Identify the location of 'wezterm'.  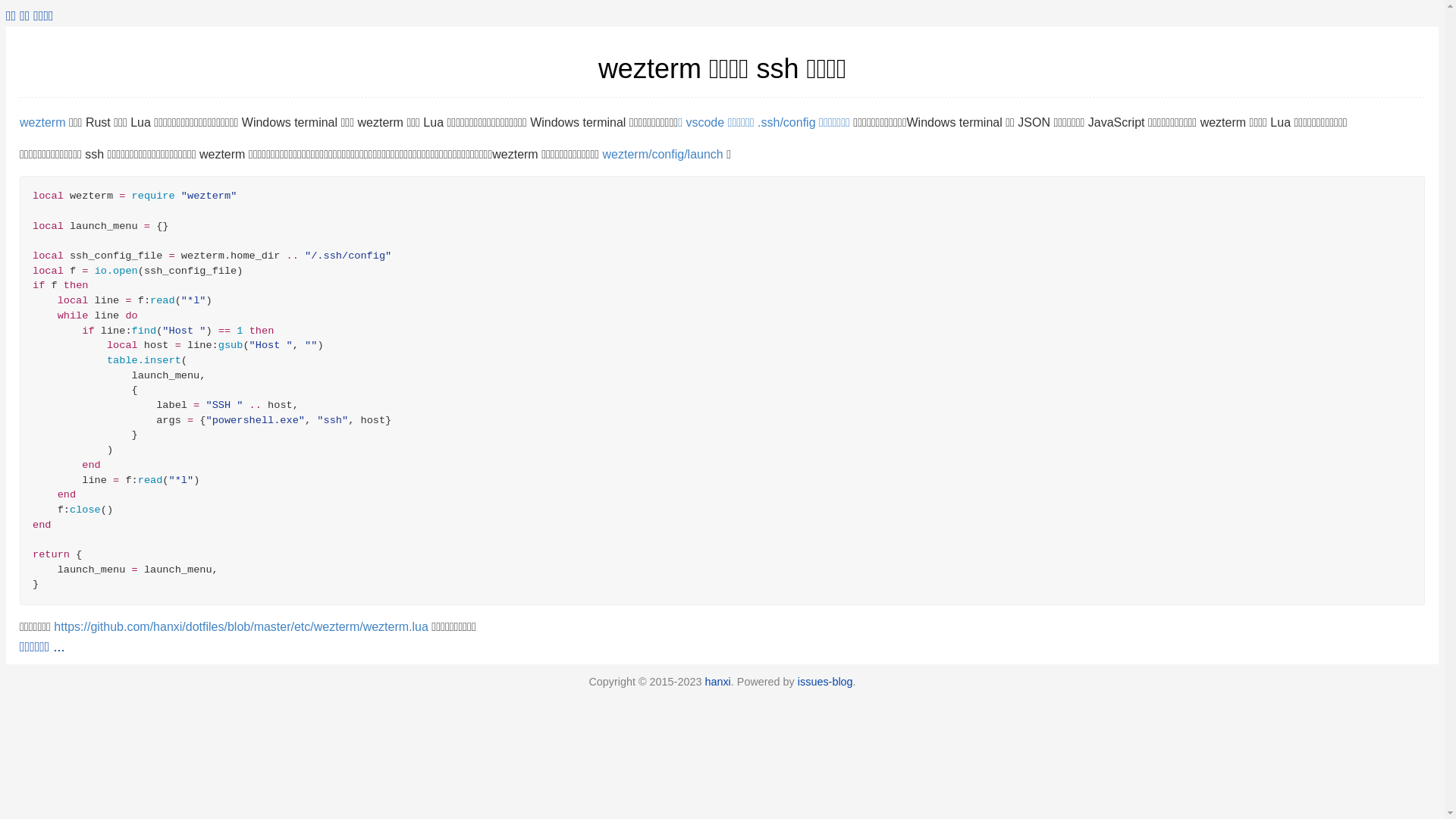
(19, 121).